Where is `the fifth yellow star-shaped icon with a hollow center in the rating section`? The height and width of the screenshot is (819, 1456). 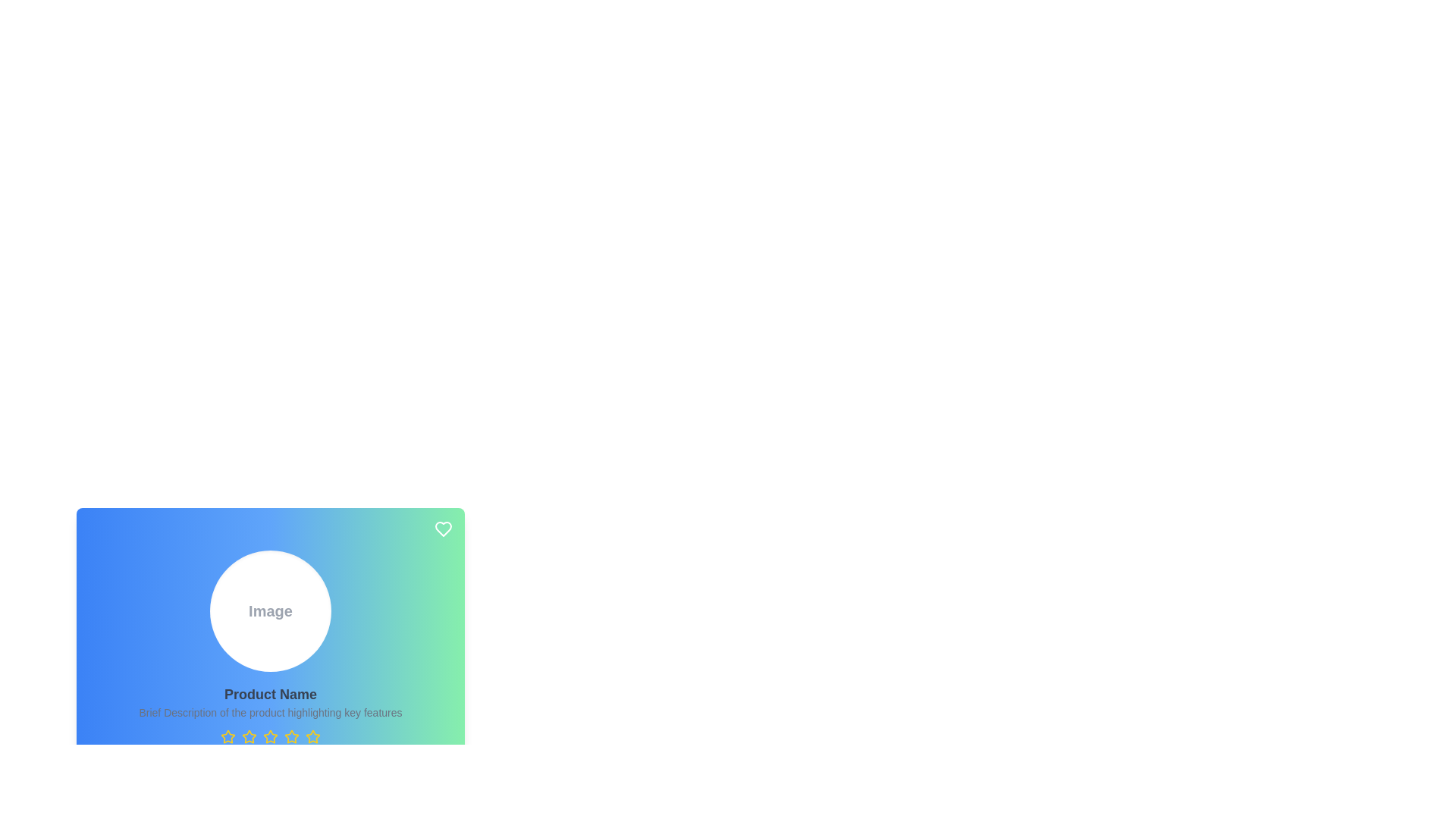
the fifth yellow star-shaped icon with a hollow center in the rating section is located at coordinates (291, 736).